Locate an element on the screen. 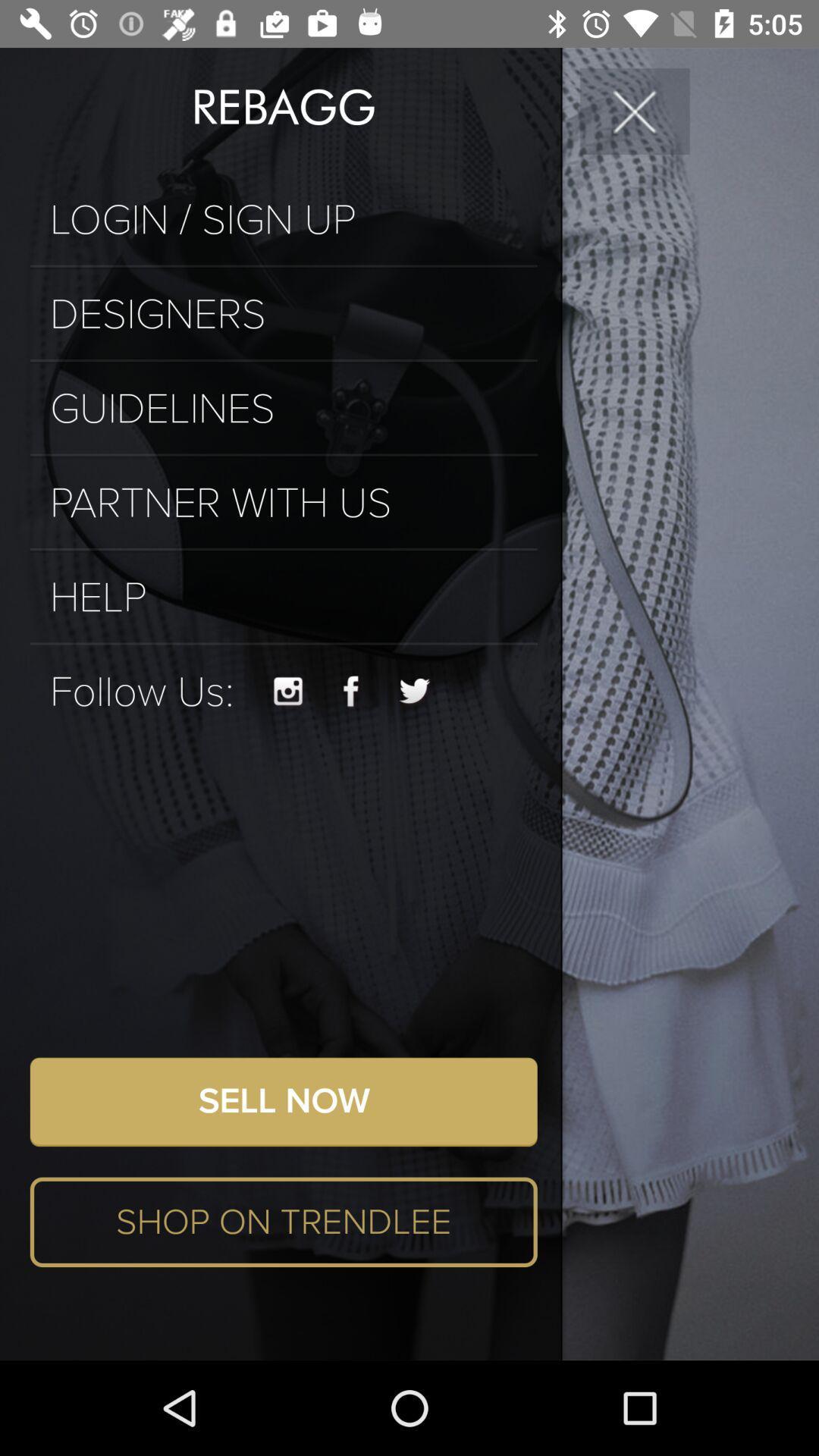 The image size is (819, 1456). icon on the left is located at coordinates (142, 691).